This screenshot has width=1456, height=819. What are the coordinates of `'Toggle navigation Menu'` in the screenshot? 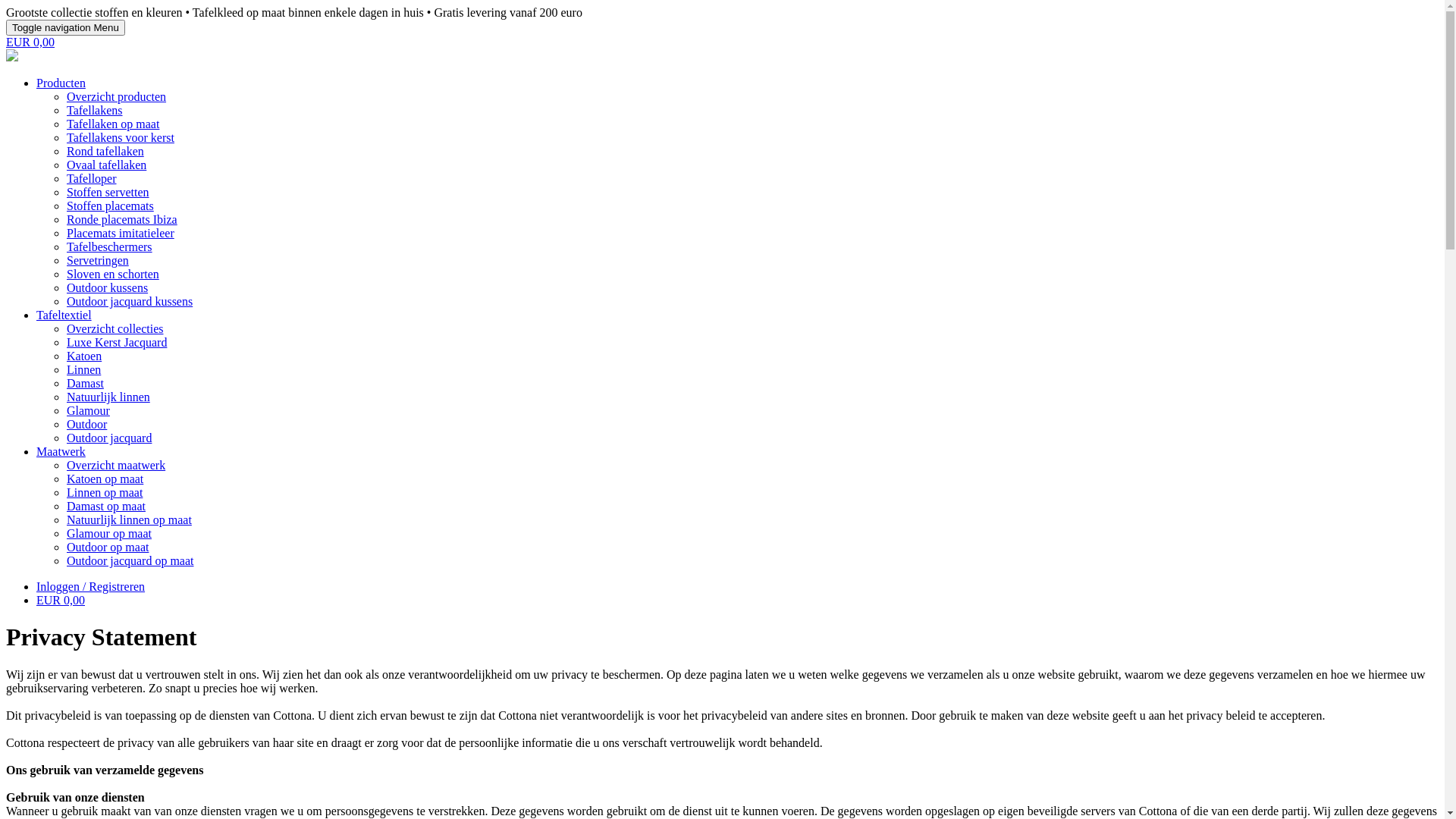 It's located at (64, 27).